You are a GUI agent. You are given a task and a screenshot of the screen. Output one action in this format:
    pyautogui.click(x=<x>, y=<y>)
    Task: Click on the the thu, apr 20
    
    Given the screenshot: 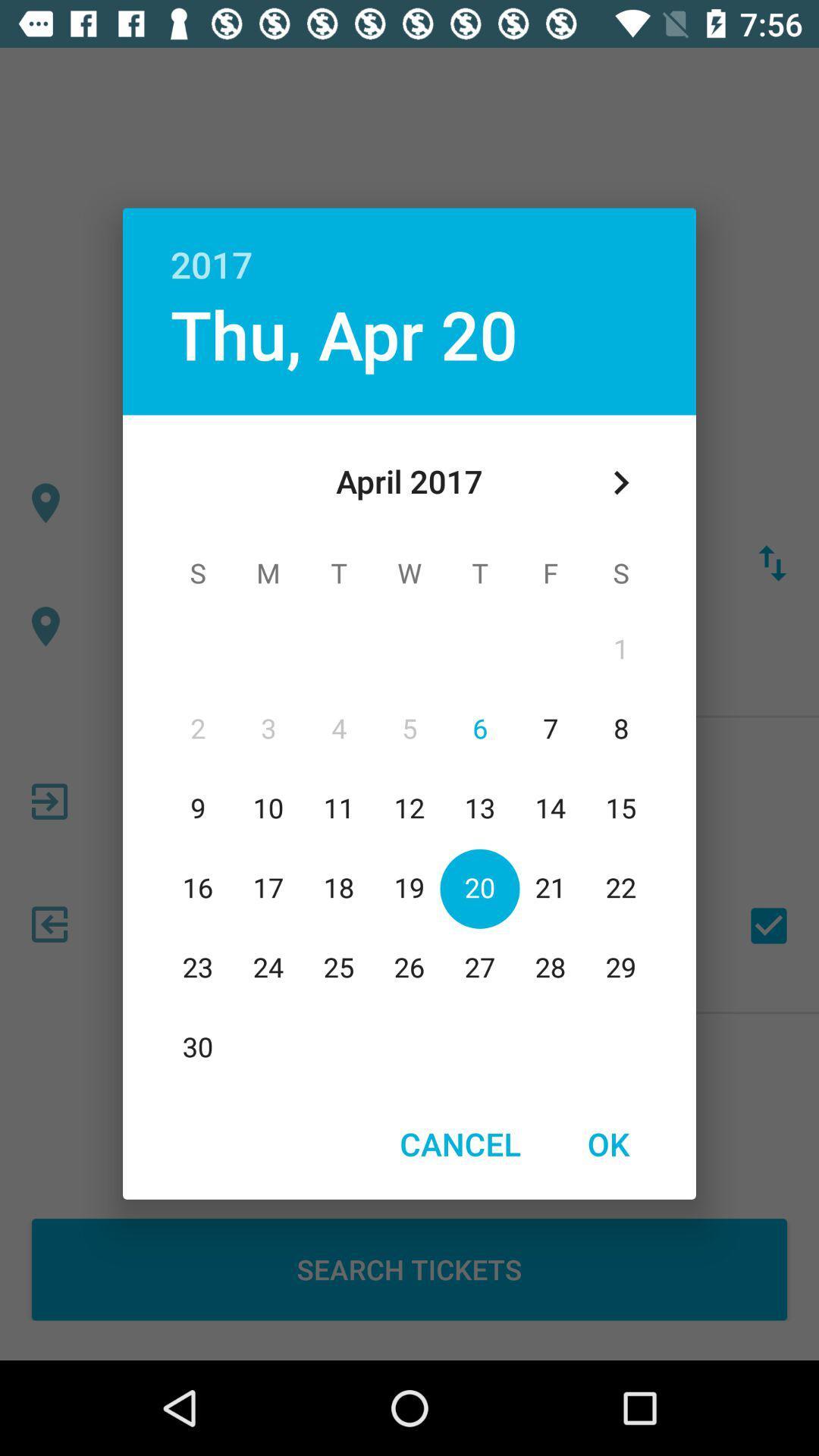 What is the action you would take?
    pyautogui.click(x=344, y=333)
    